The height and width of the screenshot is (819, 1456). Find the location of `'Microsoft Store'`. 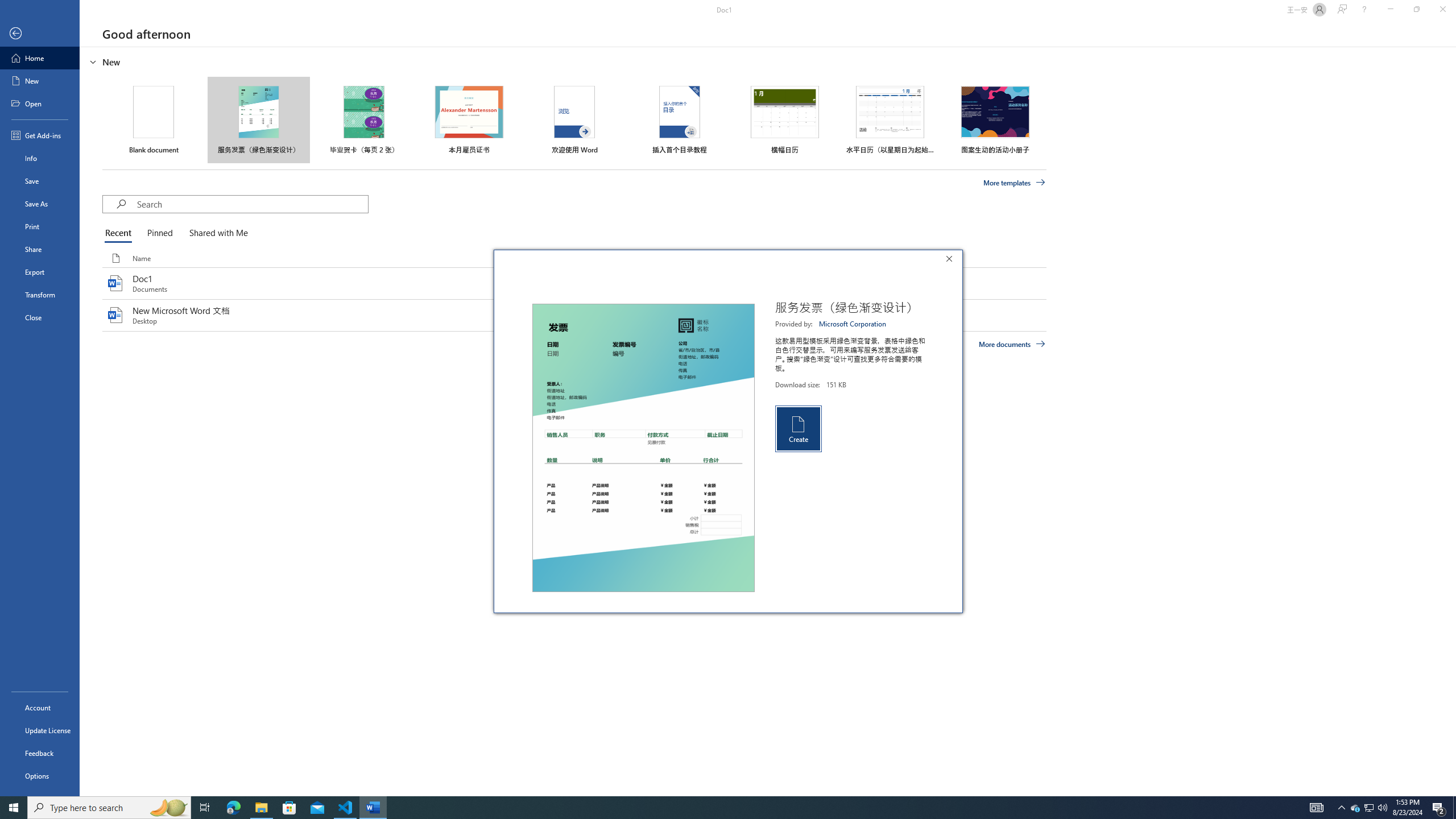

'Microsoft Store' is located at coordinates (289, 806).